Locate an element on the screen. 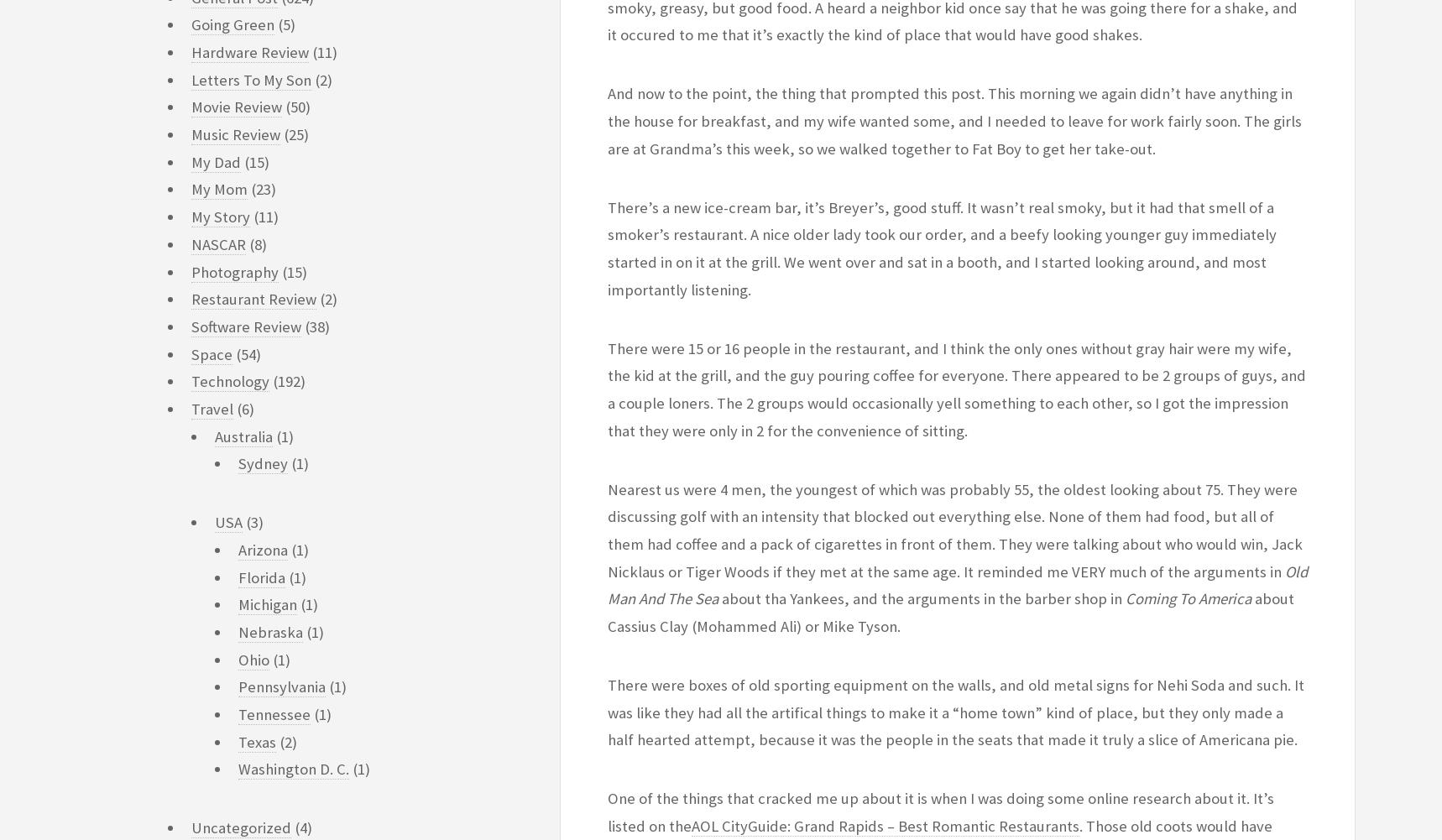  '(192)' is located at coordinates (287, 381).